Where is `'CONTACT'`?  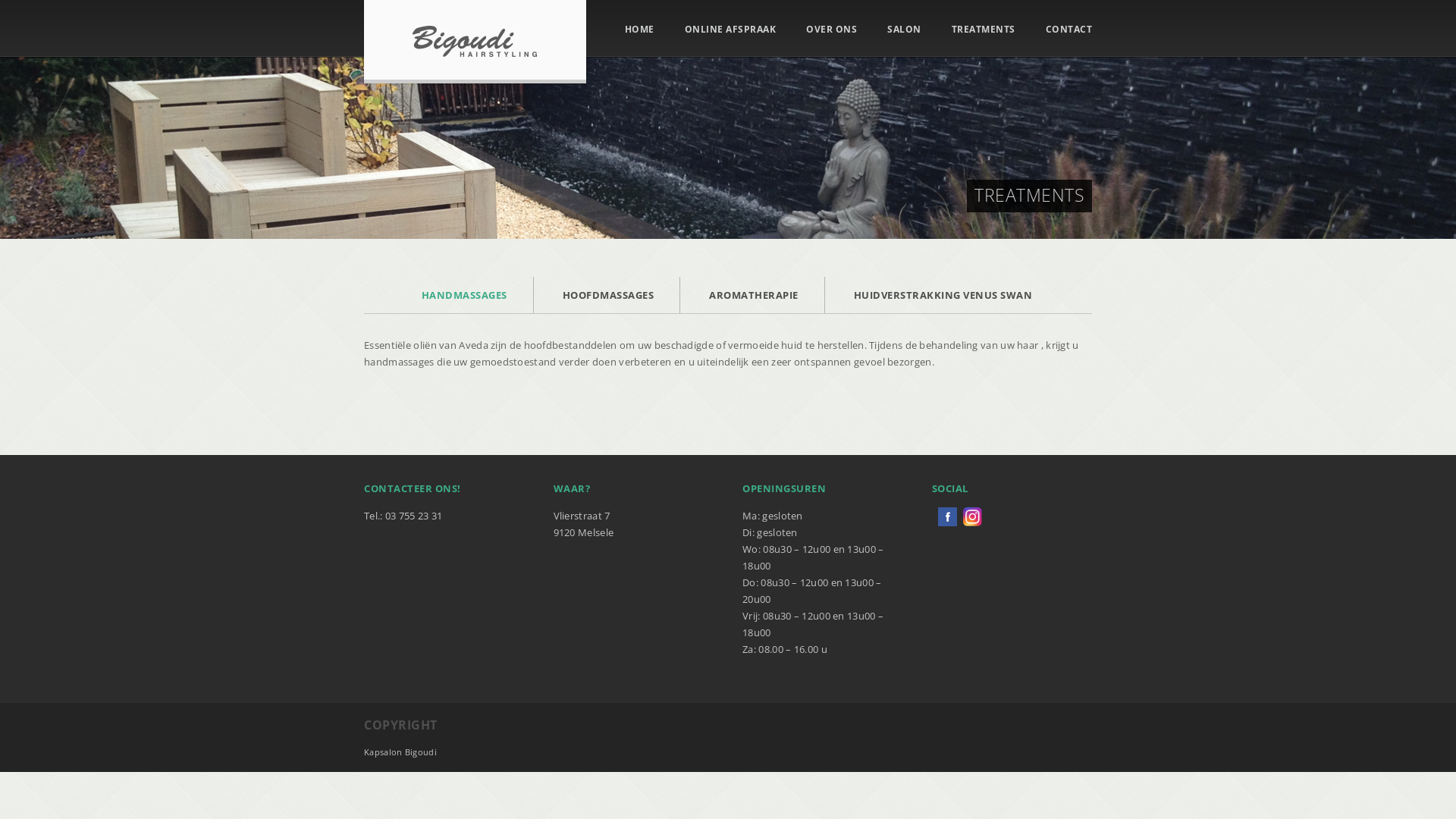
'CONTACT' is located at coordinates (1068, 29).